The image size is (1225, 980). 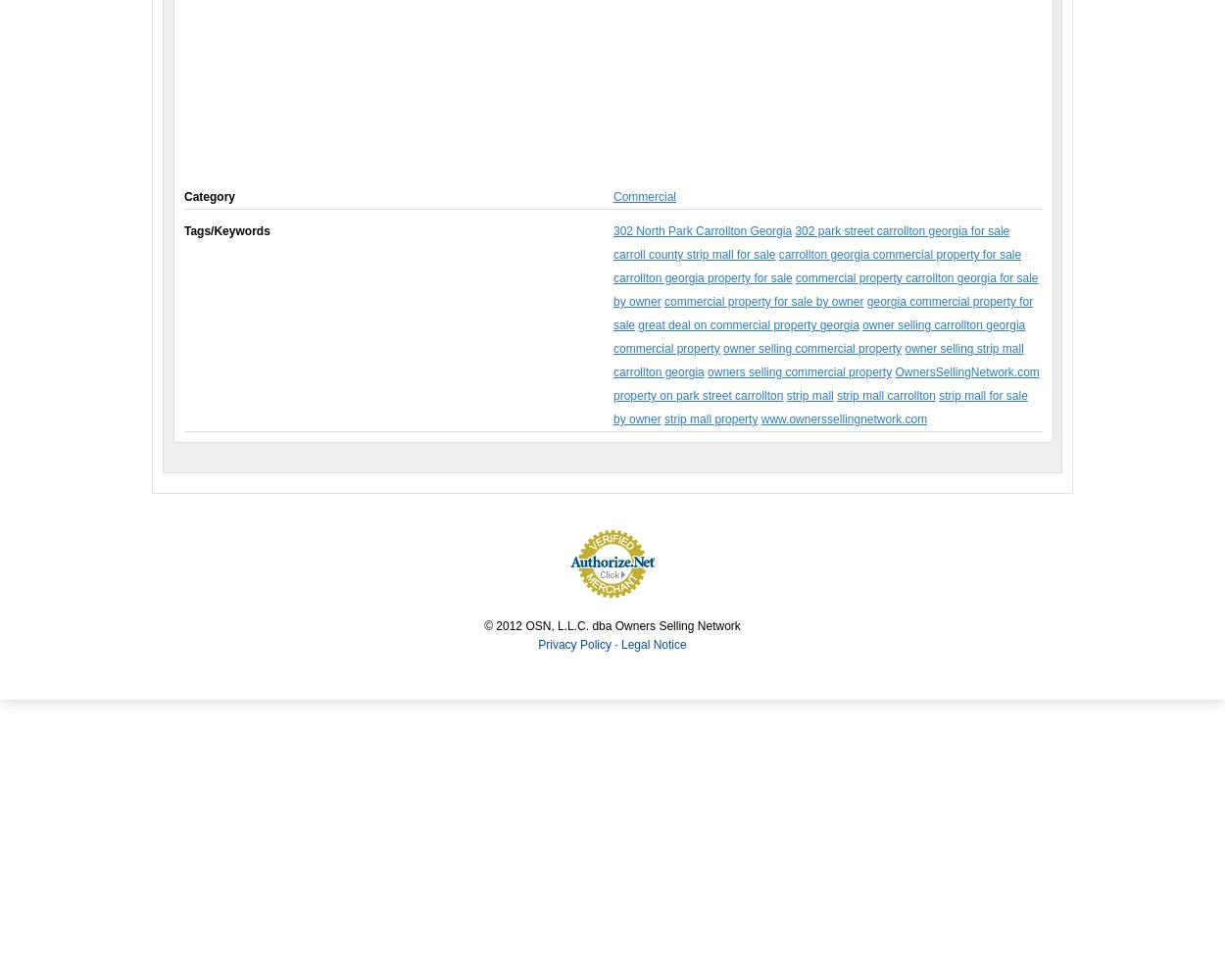 What do you see at coordinates (811, 348) in the screenshot?
I see `'owner selling commercial property'` at bounding box center [811, 348].